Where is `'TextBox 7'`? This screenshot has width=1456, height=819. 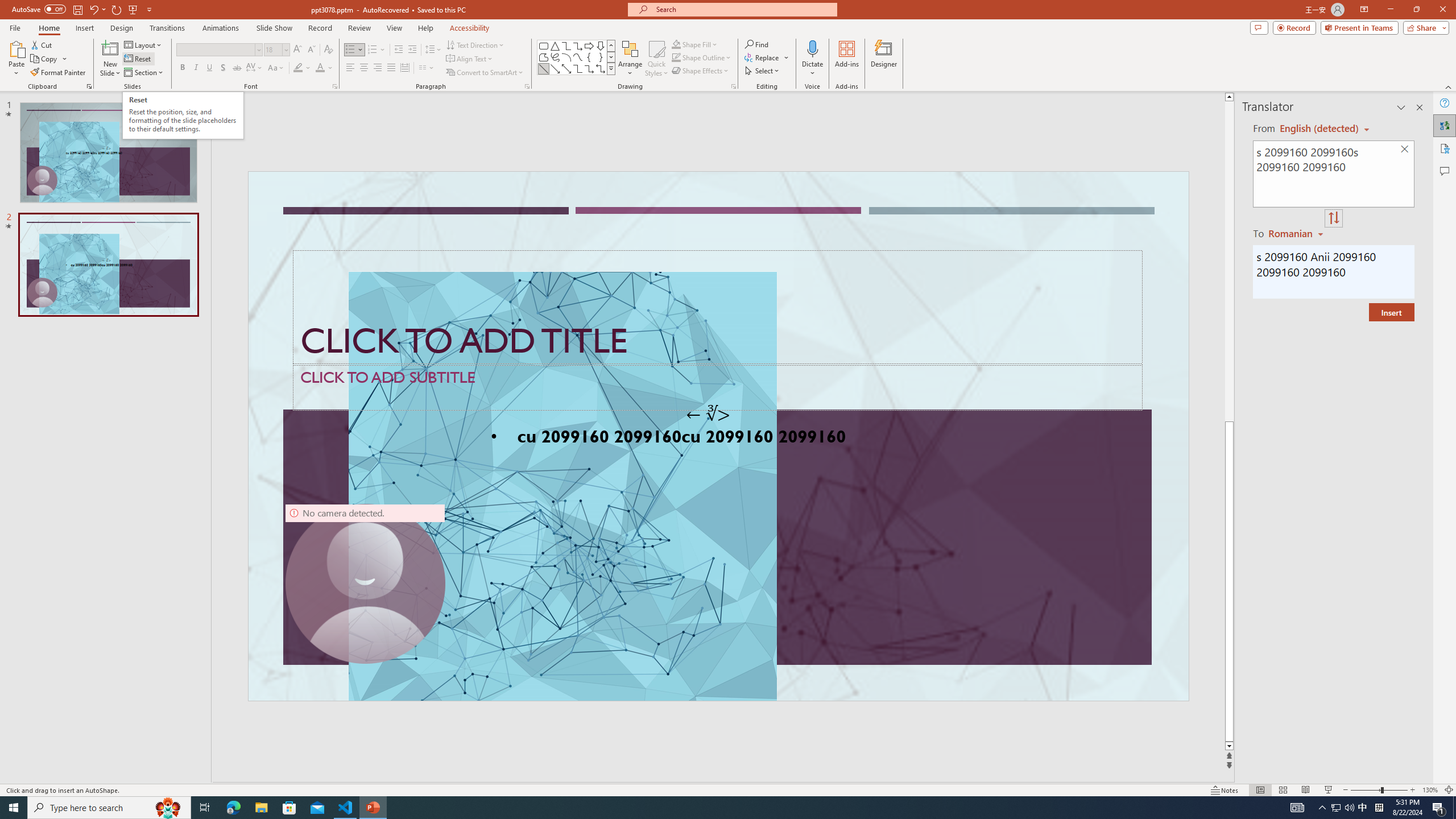 'TextBox 7' is located at coordinates (708, 413).